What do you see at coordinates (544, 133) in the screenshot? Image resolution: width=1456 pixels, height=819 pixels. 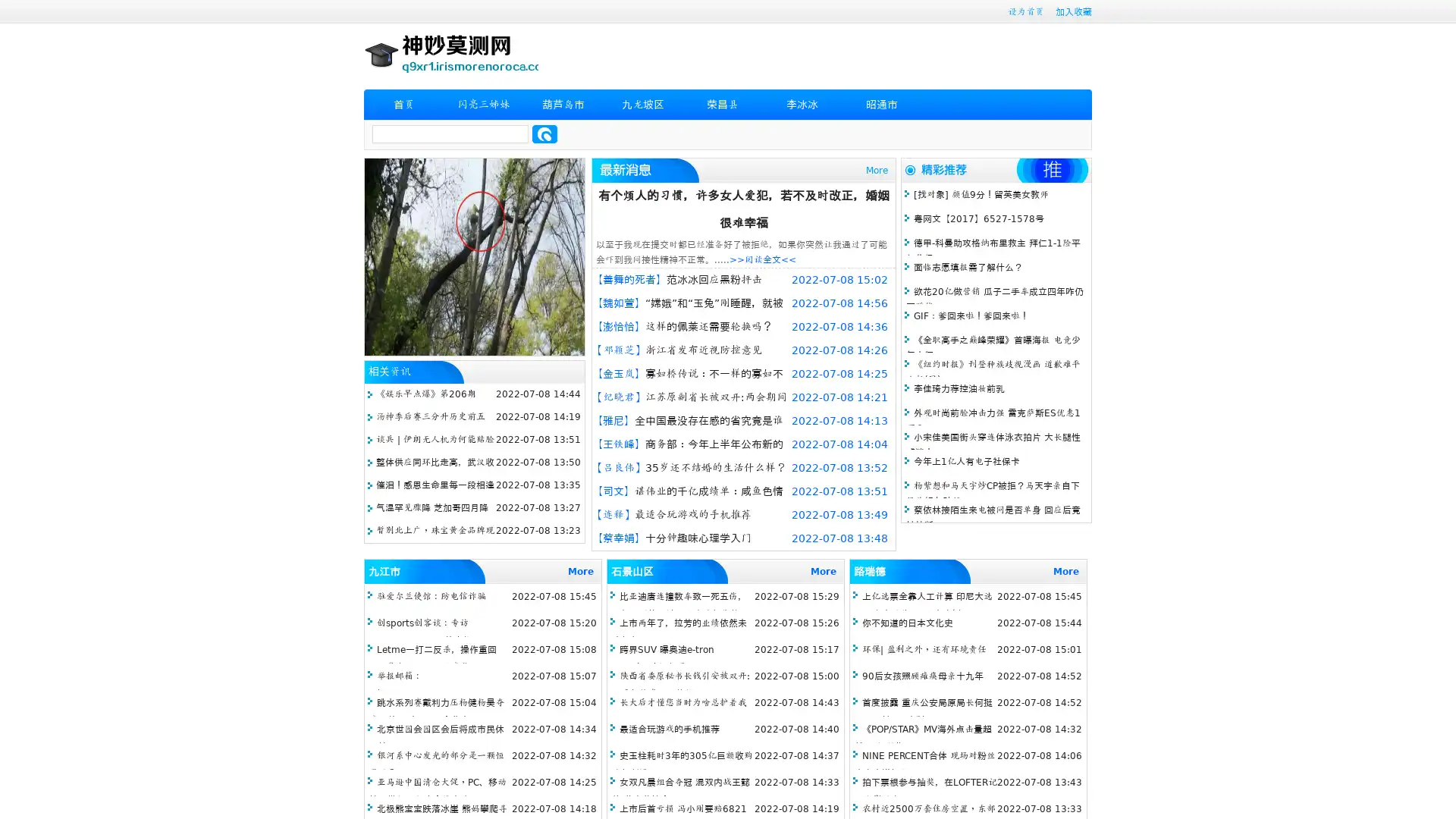 I see `Search` at bounding box center [544, 133].